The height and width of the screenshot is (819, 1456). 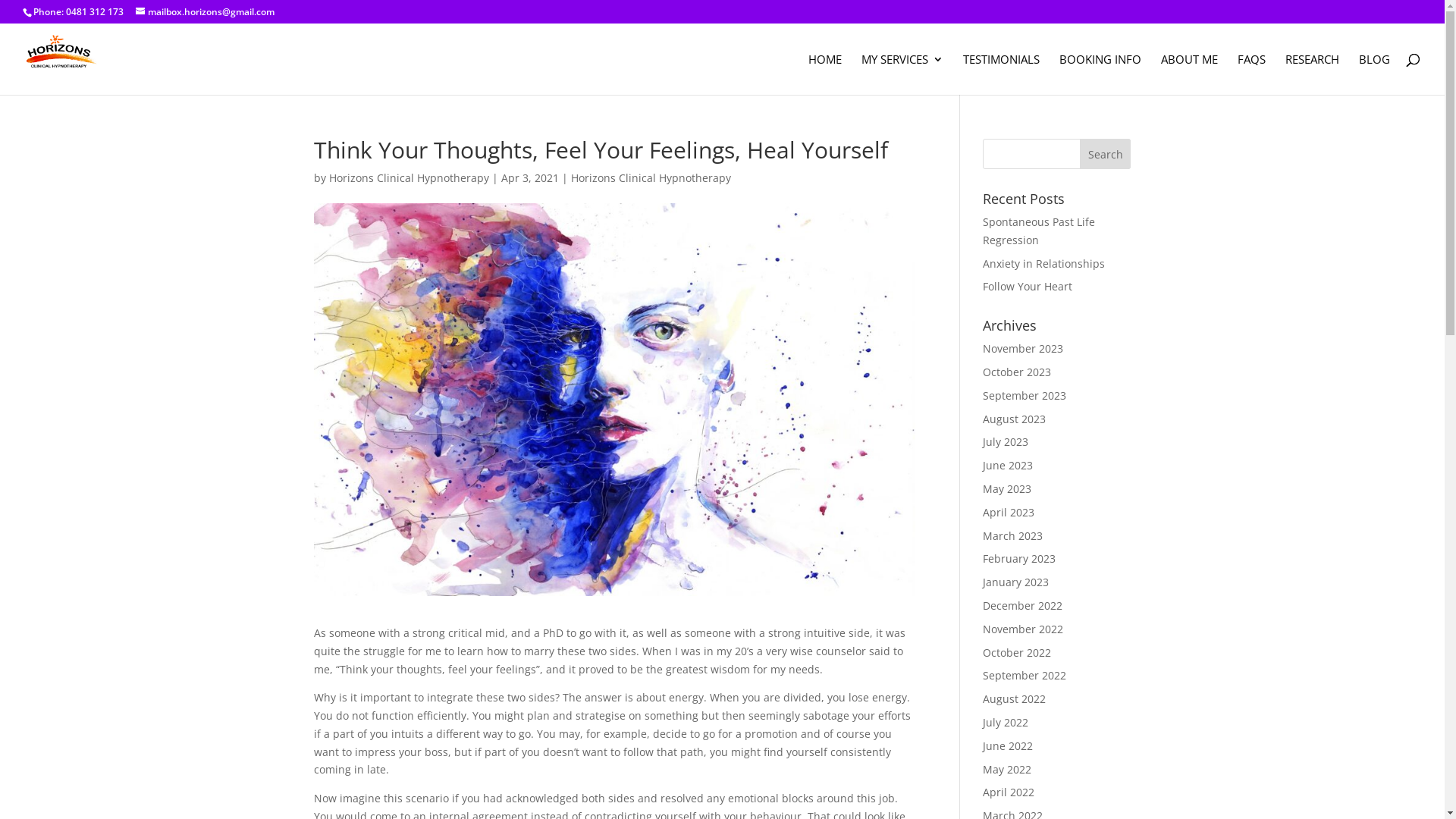 I want to click on 'Anxiety in Relationships', so click(x=1043, y=262).